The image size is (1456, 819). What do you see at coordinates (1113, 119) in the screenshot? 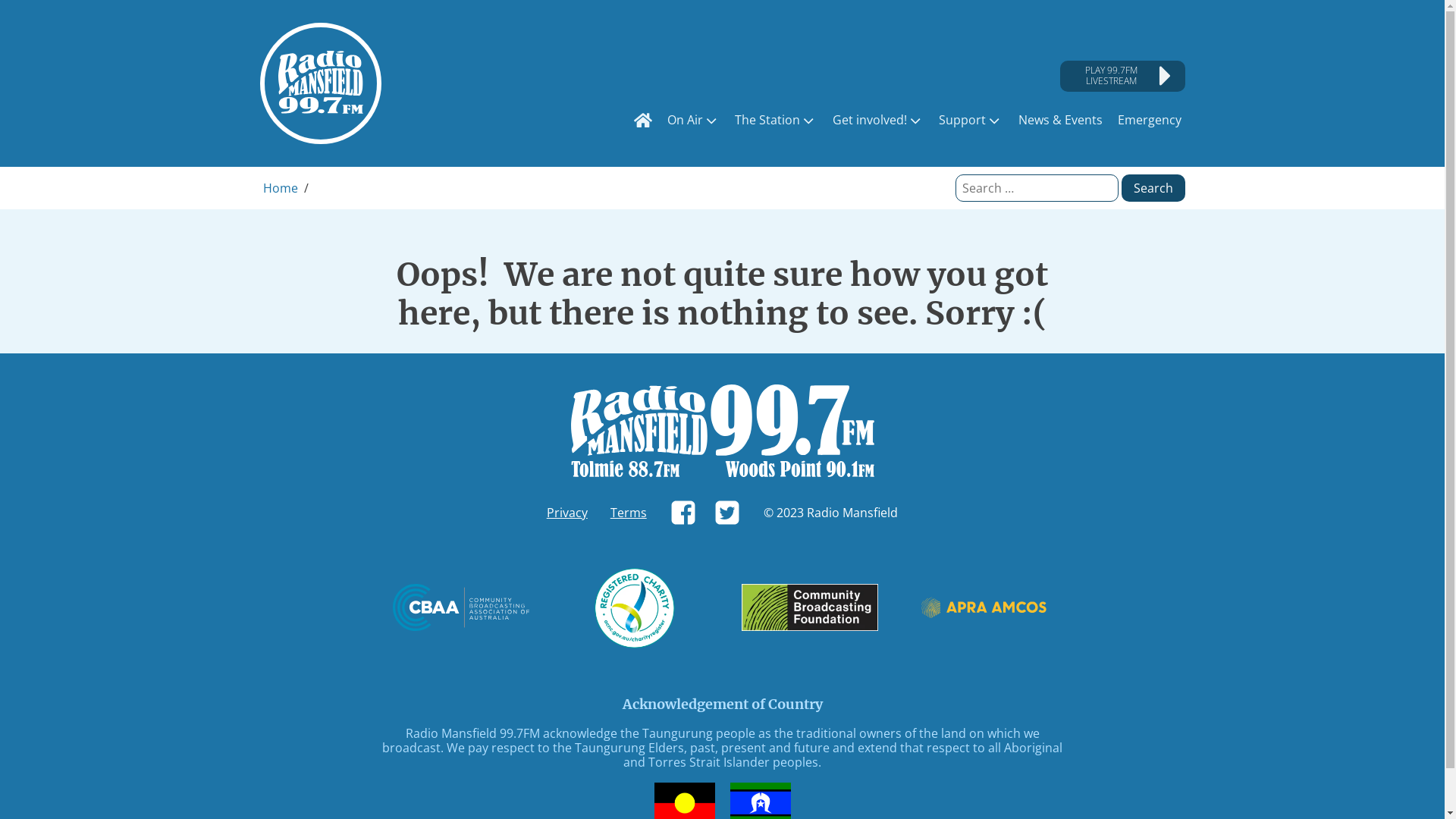
I see `'Emergency'` at bounding box center [1113, 119].